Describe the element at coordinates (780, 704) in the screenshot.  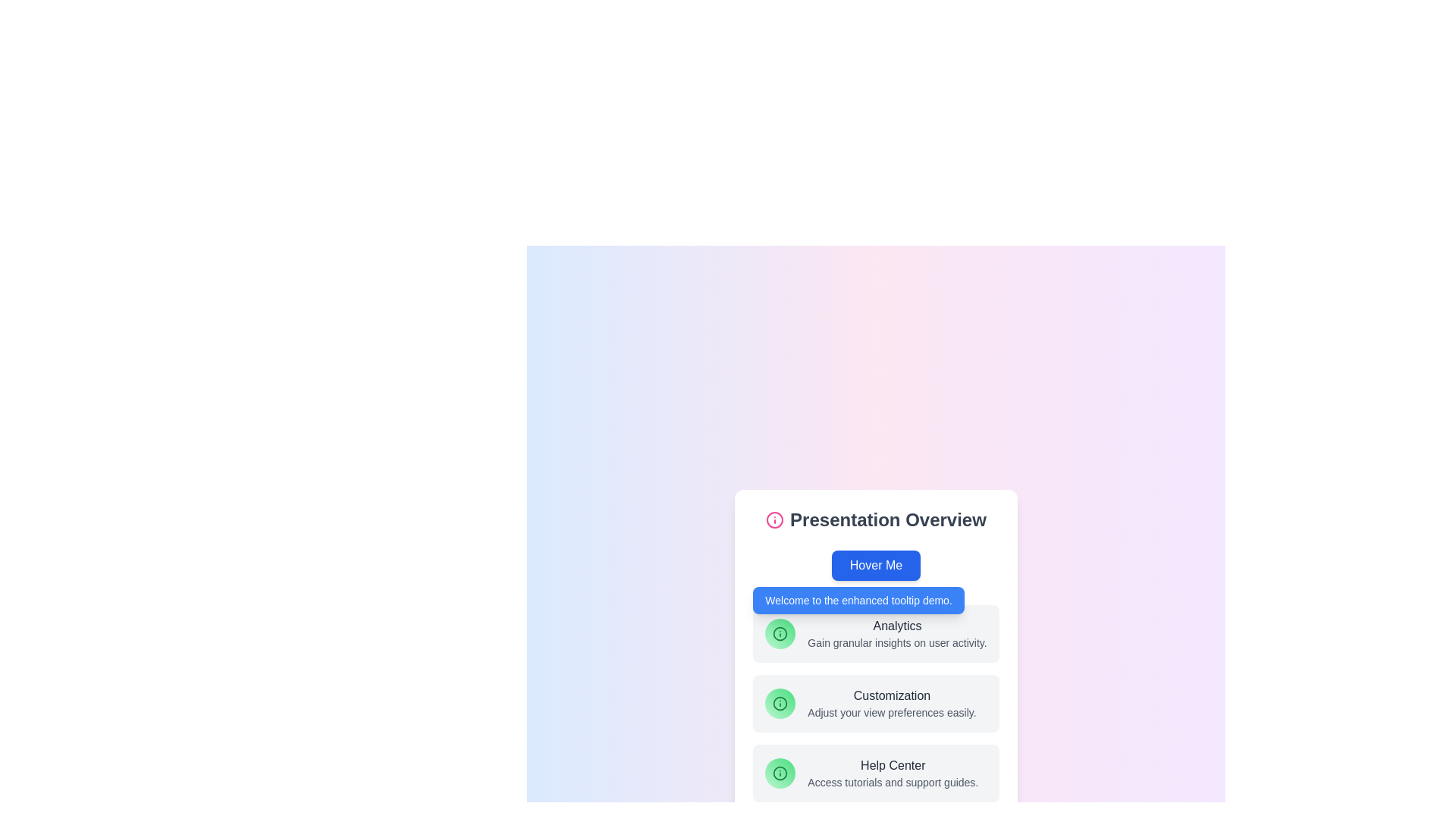
I see `the green circular icon with a white bordered information symbol located in the second row under the 'Customization' section of the informational card layout` at that location.